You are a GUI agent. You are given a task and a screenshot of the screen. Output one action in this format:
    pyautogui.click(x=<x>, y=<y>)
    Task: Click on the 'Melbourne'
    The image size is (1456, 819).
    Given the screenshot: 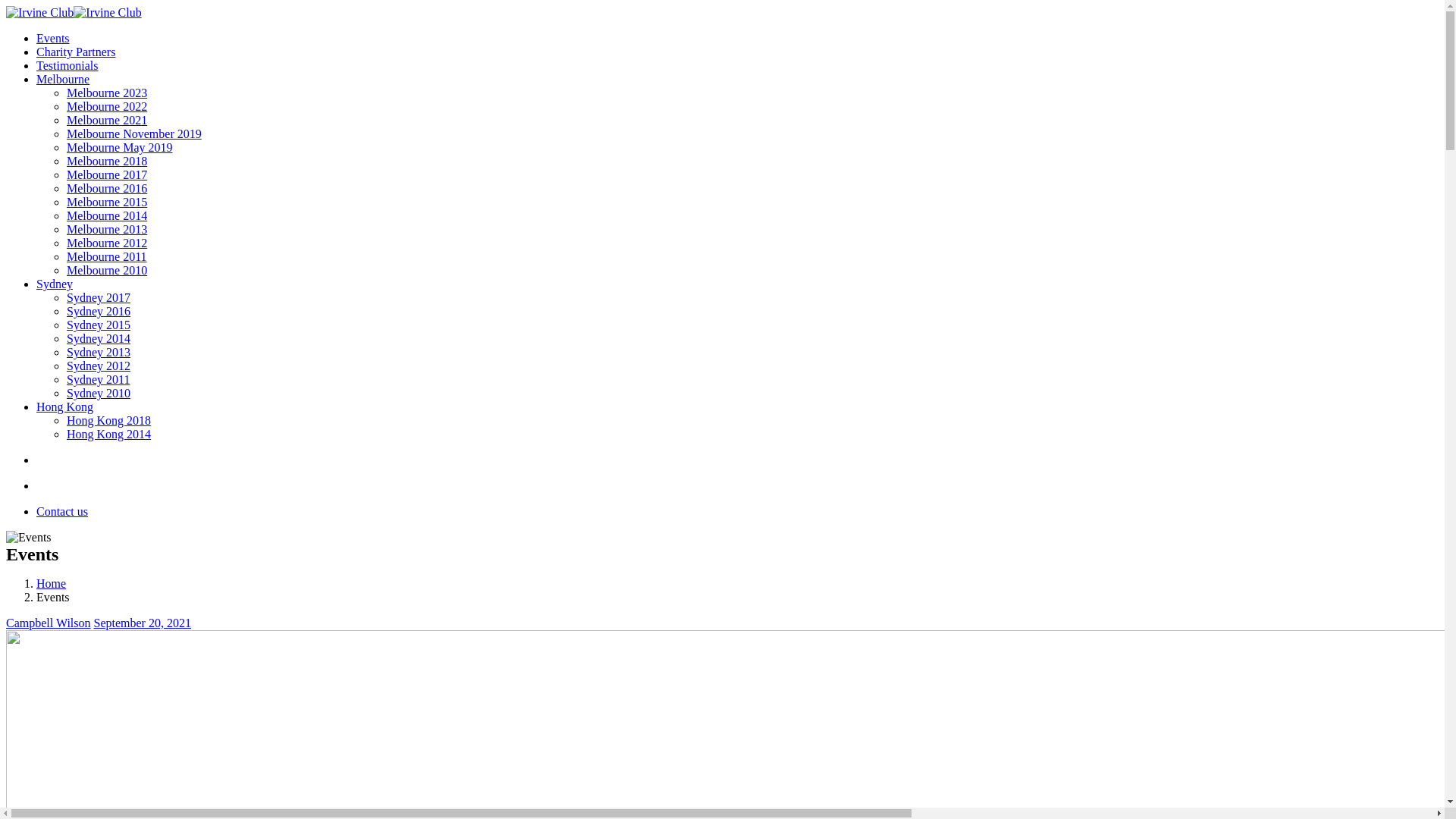 What is the action you would take?
    pyautogui.click(x=61, y=79)
    